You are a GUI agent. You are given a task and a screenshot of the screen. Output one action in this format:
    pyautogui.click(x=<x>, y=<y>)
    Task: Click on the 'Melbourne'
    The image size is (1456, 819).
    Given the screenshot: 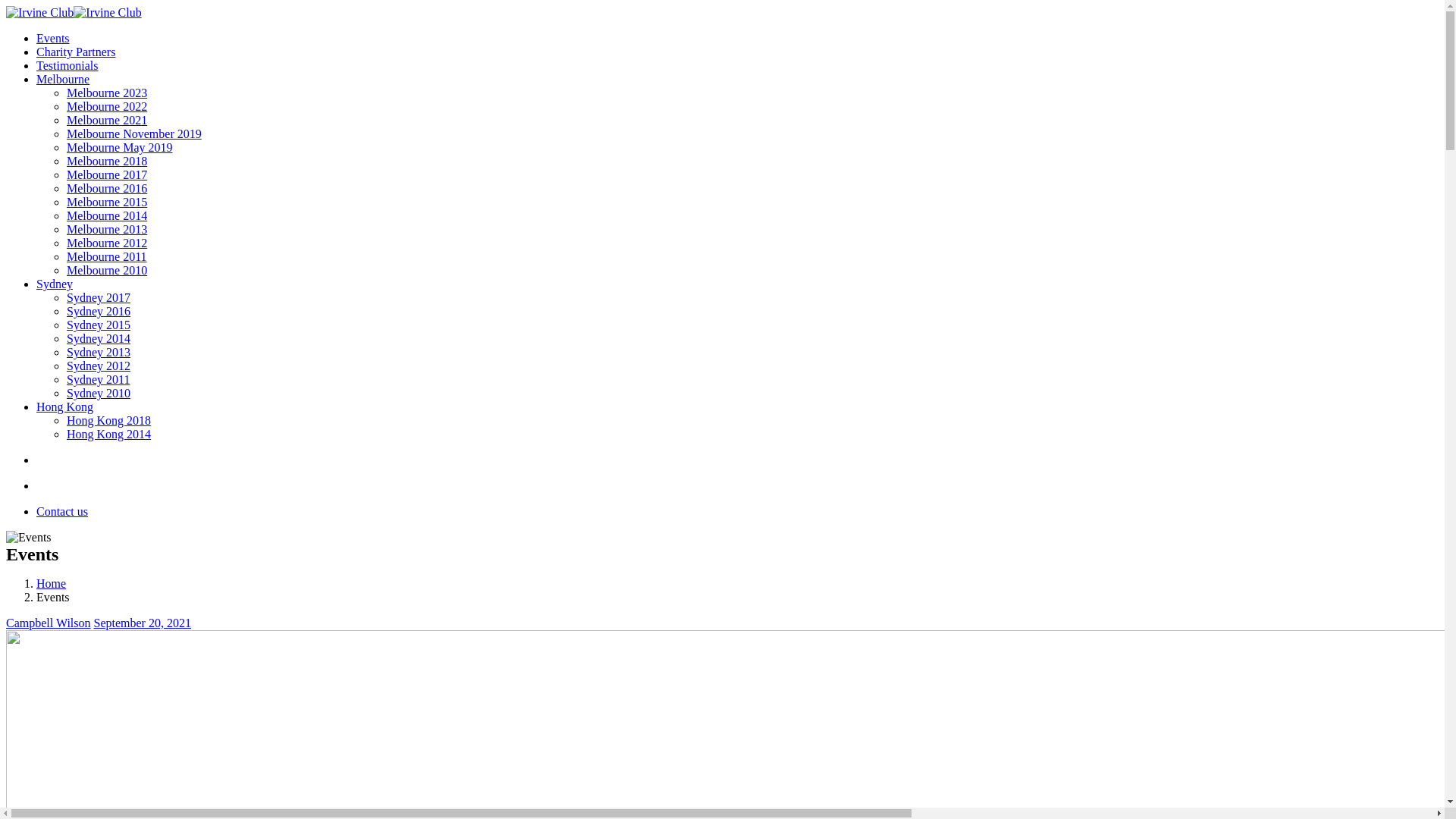 What is the action you would take?
    pyautogui.click(x=61, y=79)
    